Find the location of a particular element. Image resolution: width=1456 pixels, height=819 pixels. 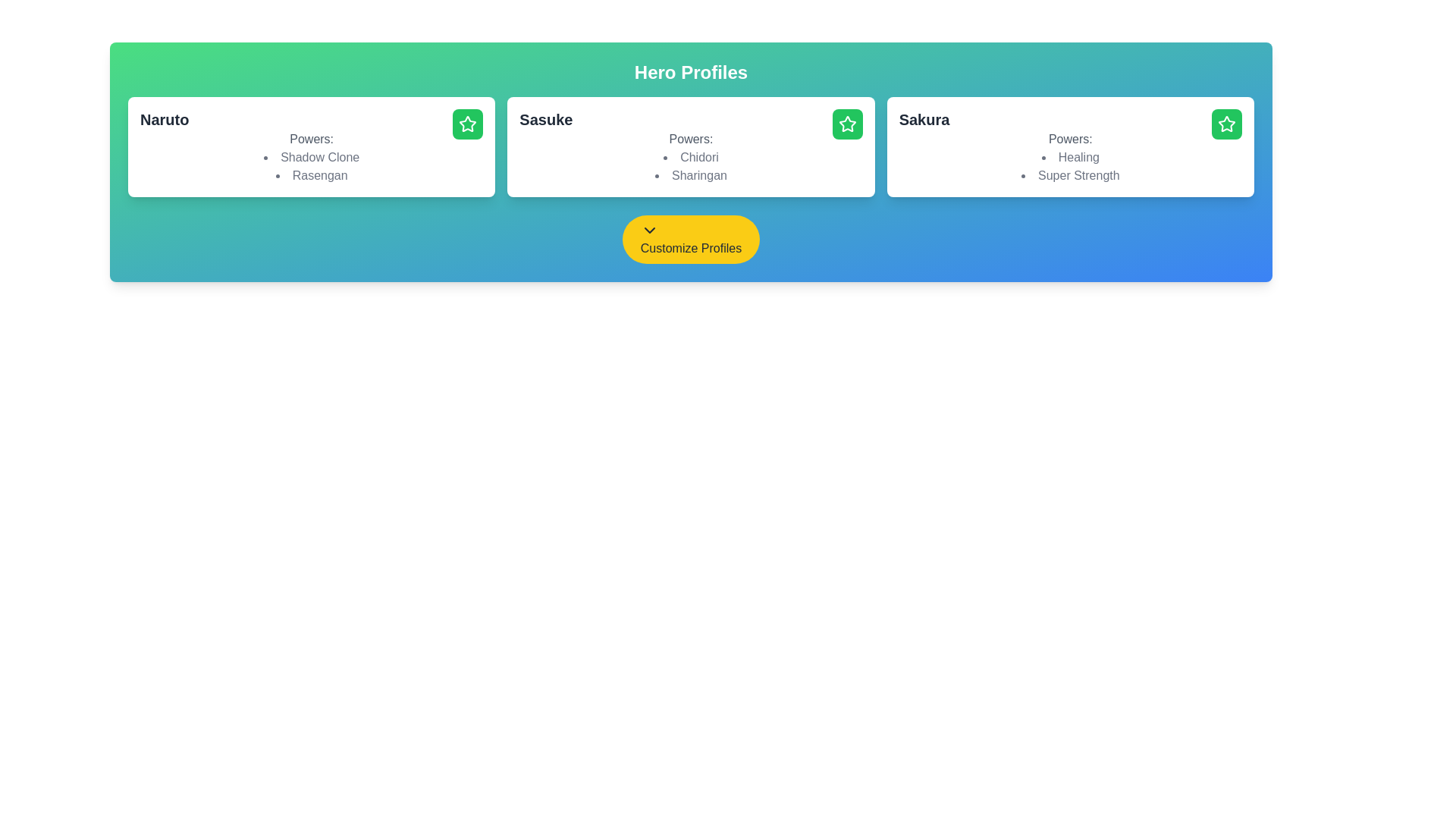

the star-shaped icon with a green outline and white background located at the top-right corner of Sakura's profile card is located at coordinates (1226, 123).